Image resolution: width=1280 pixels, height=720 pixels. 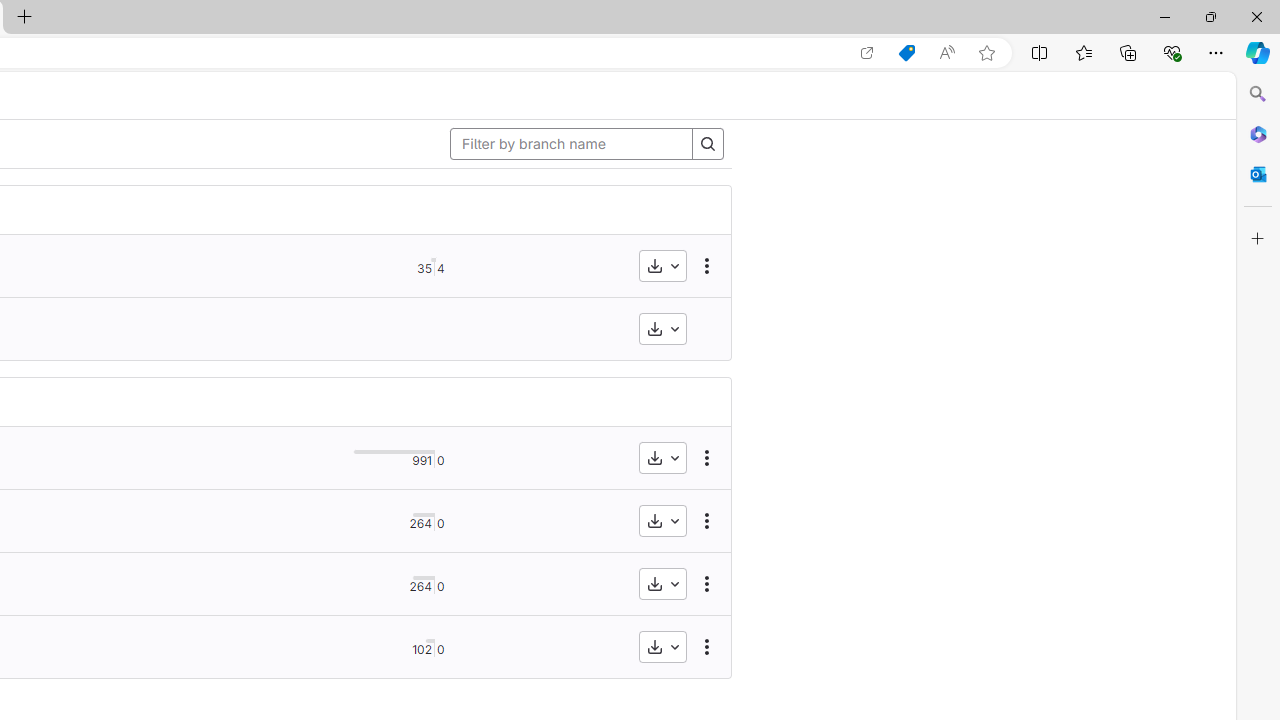 I want to click on 'Read aloud this page (Ctrl+Shift+U)', so click(x=945, y=52).